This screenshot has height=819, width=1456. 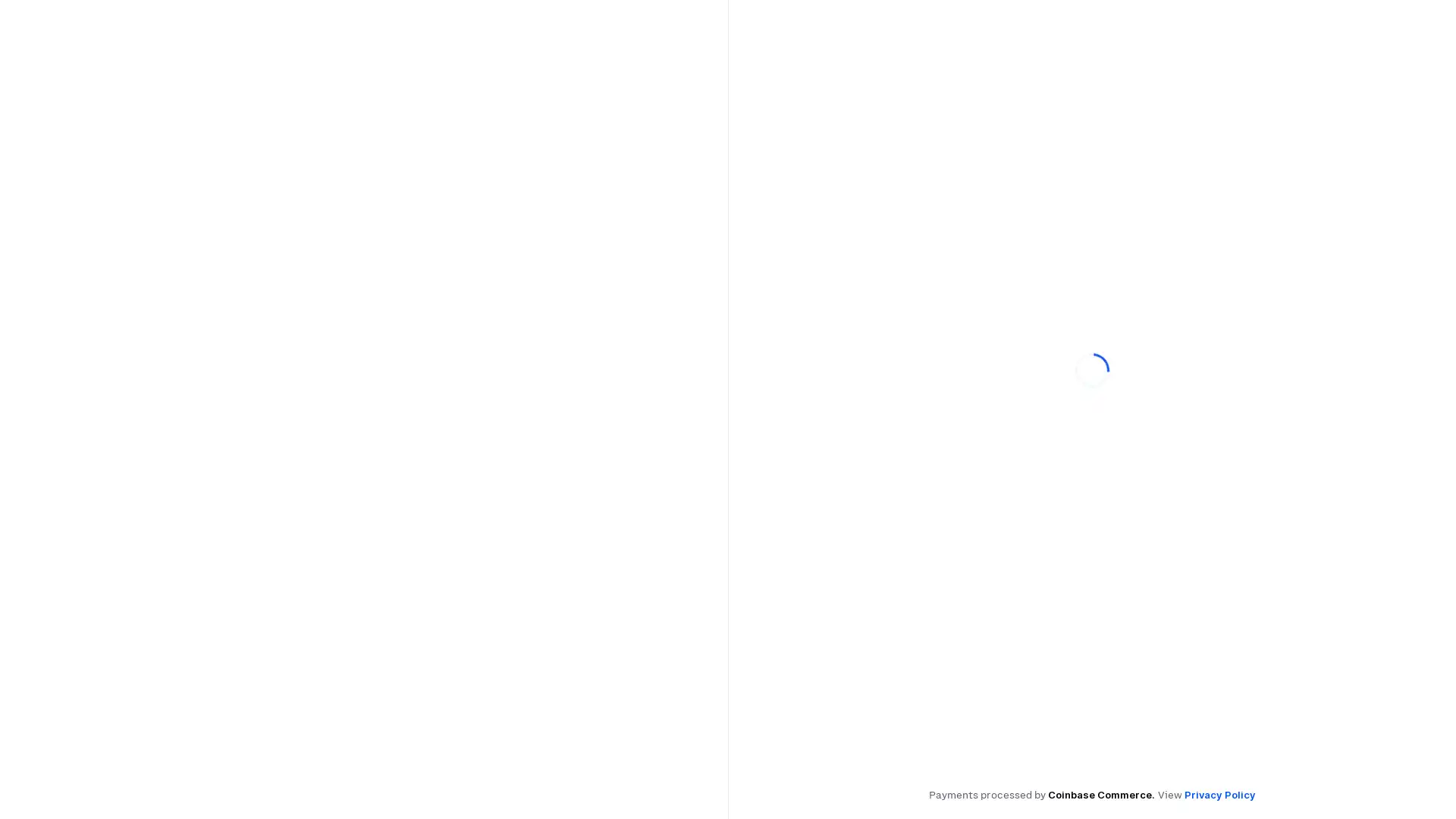 I want to click on Bitcoin Bitcoin BTC, so click(x=846, y=366).